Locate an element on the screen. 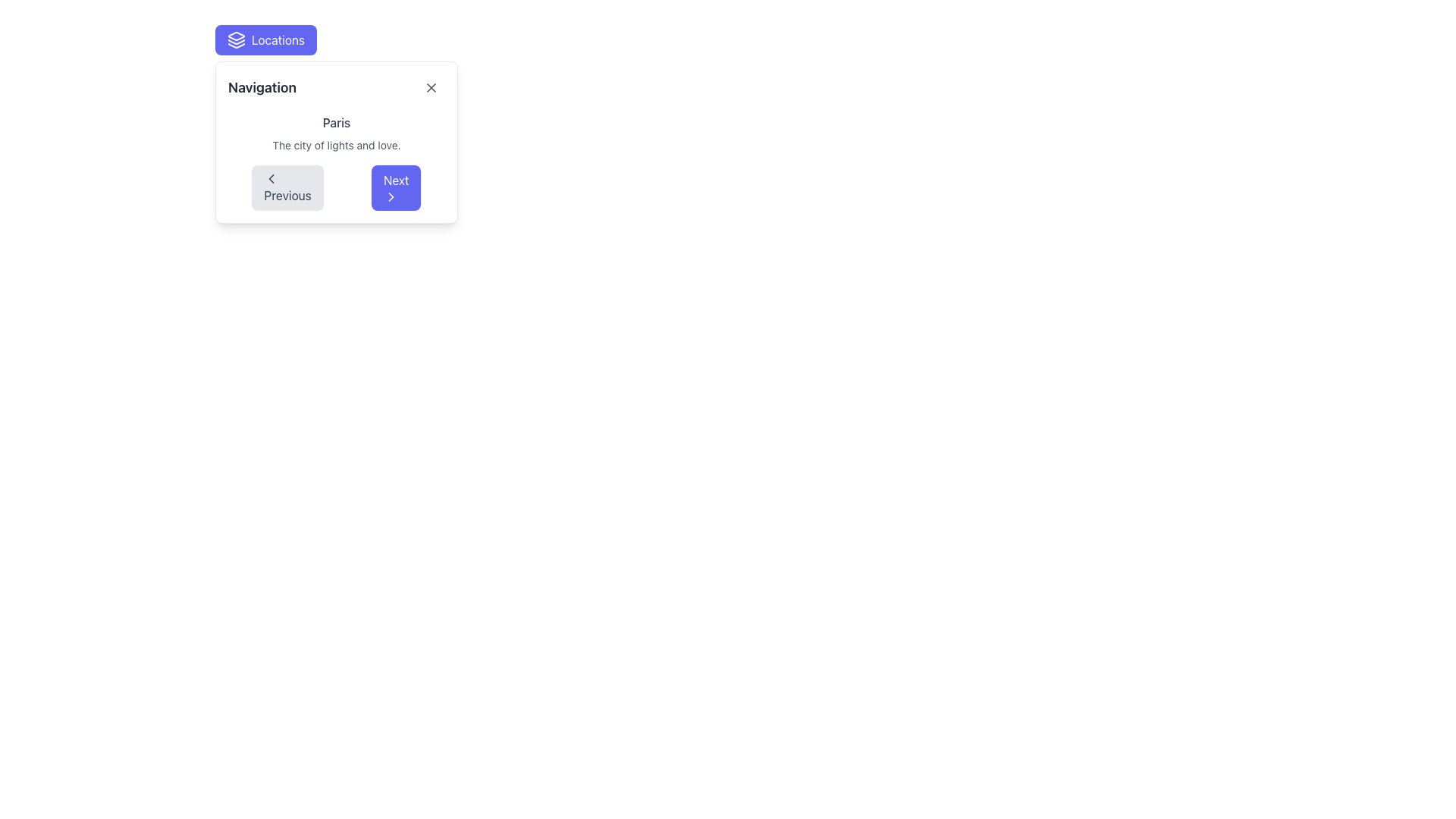 This screenshot has height=819, width=1456. the rightward-pointing chevron arrow icon within the 'Next' button, which is aligned to the right of the button's text label is located at coordinates (391, 196).